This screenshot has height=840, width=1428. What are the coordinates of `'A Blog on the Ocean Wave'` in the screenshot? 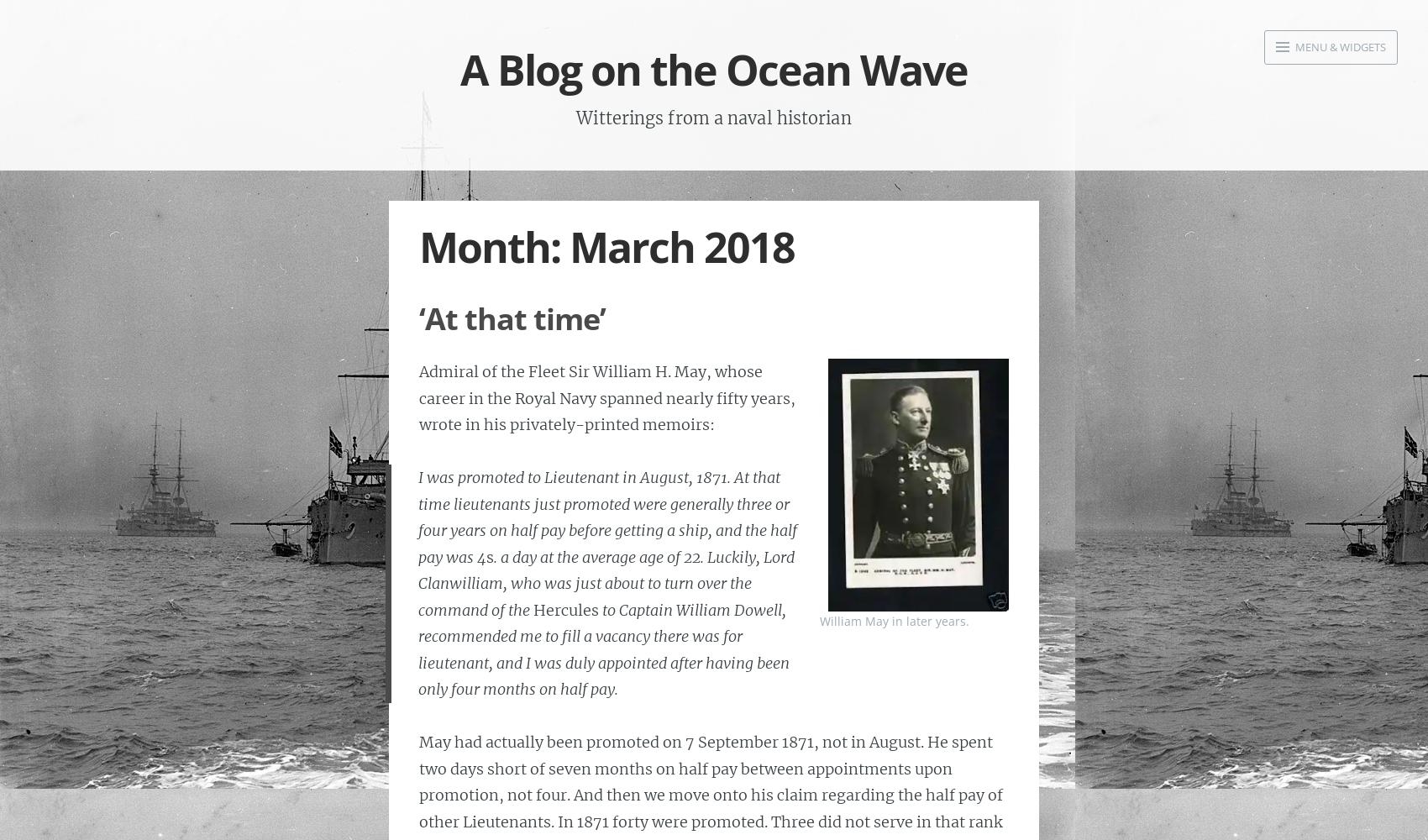 It's located at (714, 69).